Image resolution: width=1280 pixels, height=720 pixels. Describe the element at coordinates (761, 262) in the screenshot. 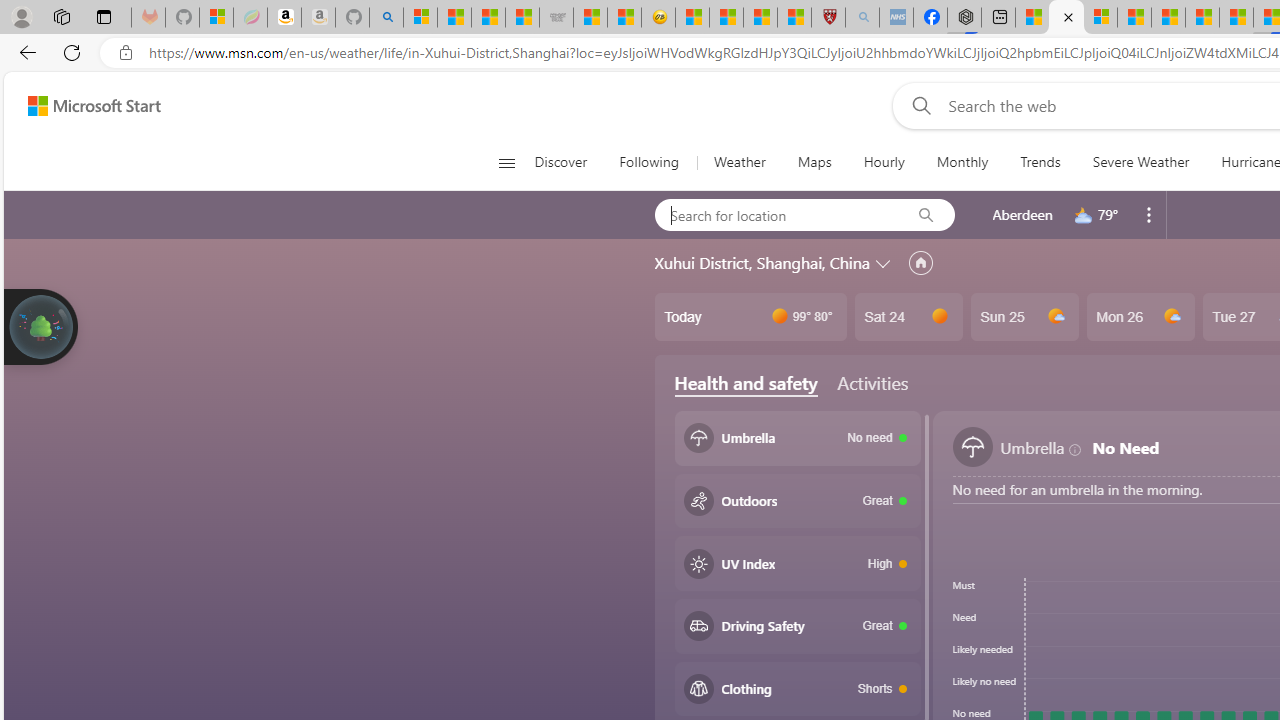

I see `'Xuhui District, Shanghai, China'` at that location.